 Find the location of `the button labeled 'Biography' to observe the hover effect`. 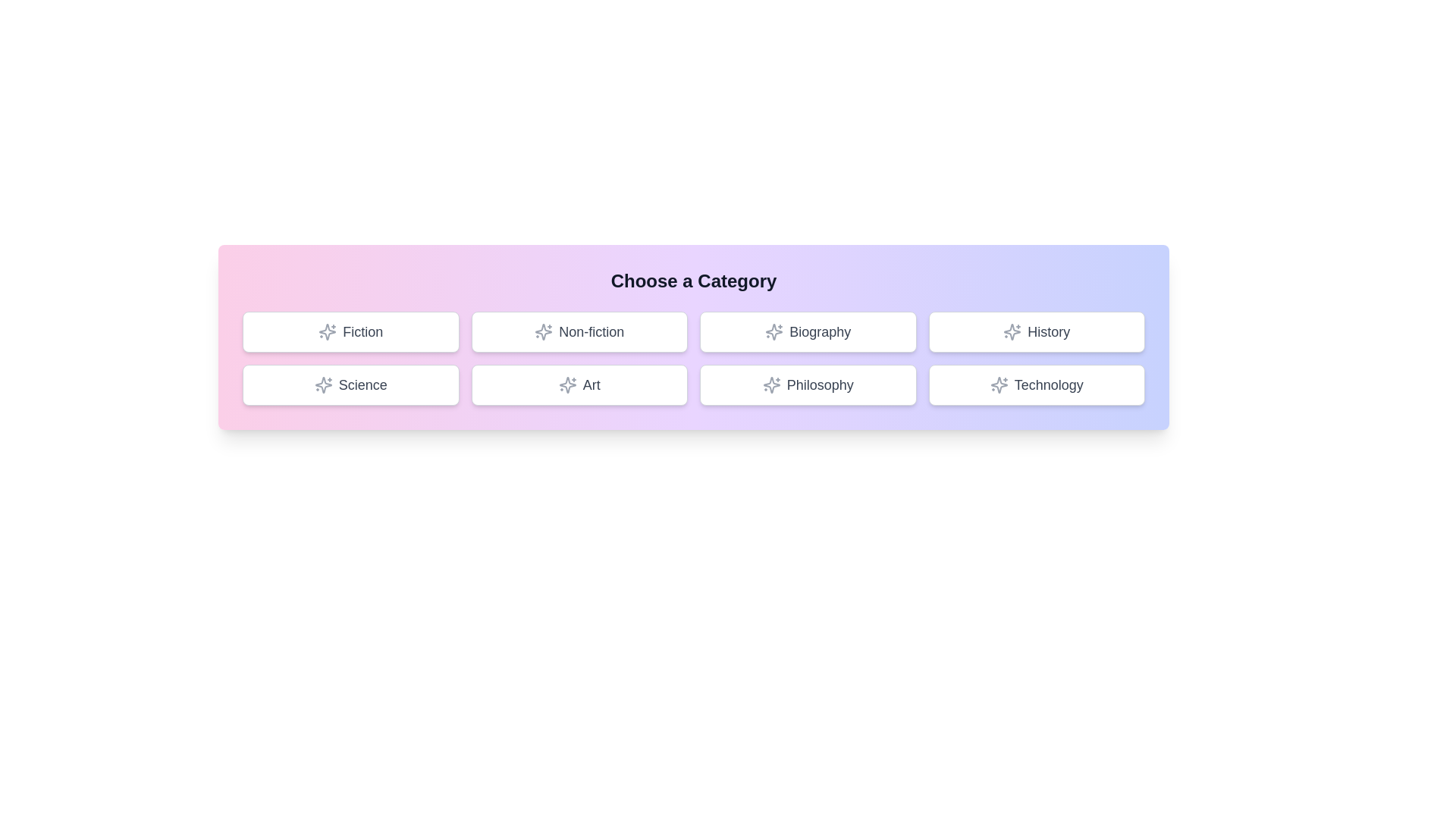

the button labeled 'Biography' to observe the hover effect is located at coordinates (807, 331).